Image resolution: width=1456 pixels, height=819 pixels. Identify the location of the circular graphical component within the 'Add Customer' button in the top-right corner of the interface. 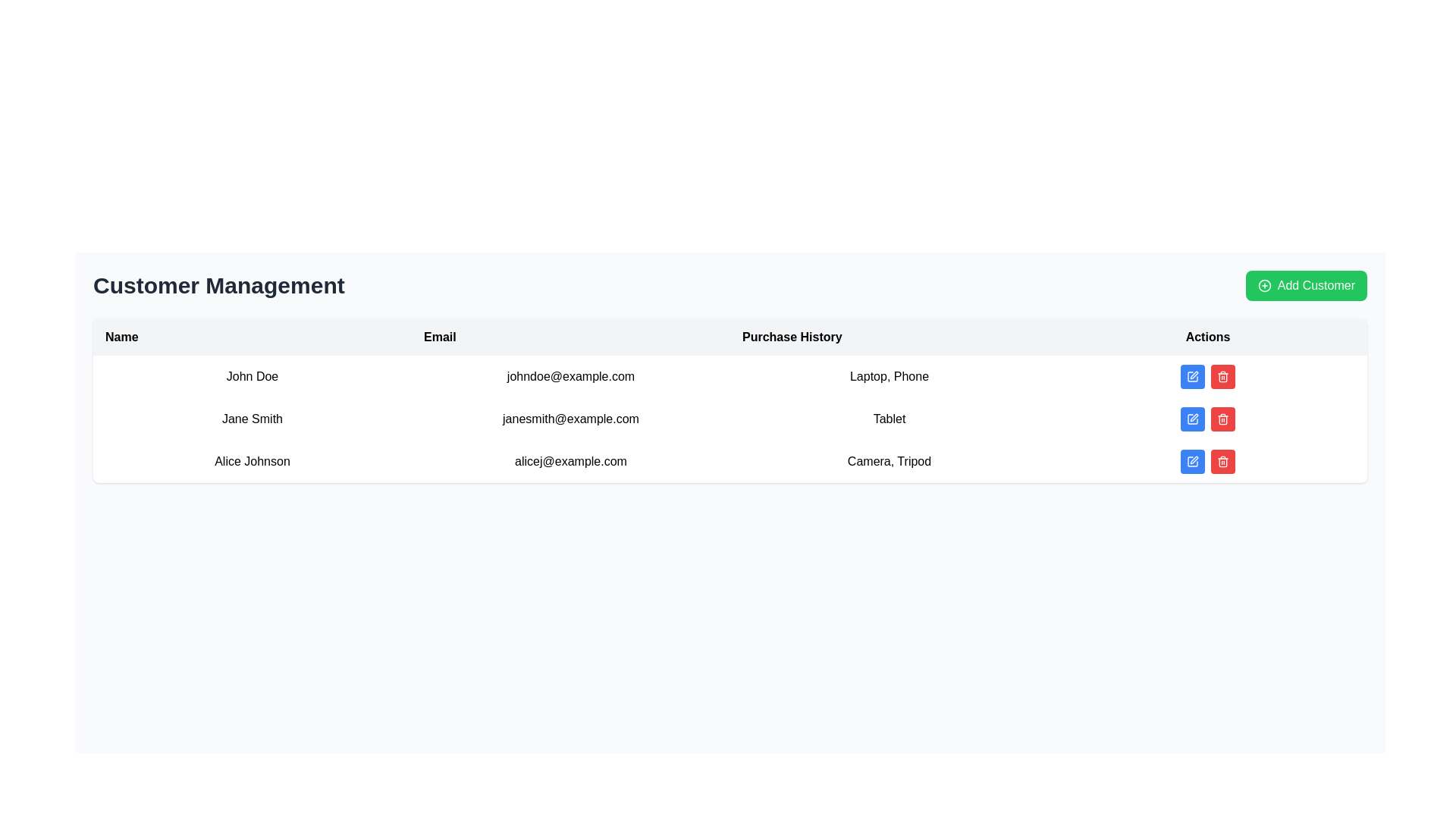
(1264, 286).